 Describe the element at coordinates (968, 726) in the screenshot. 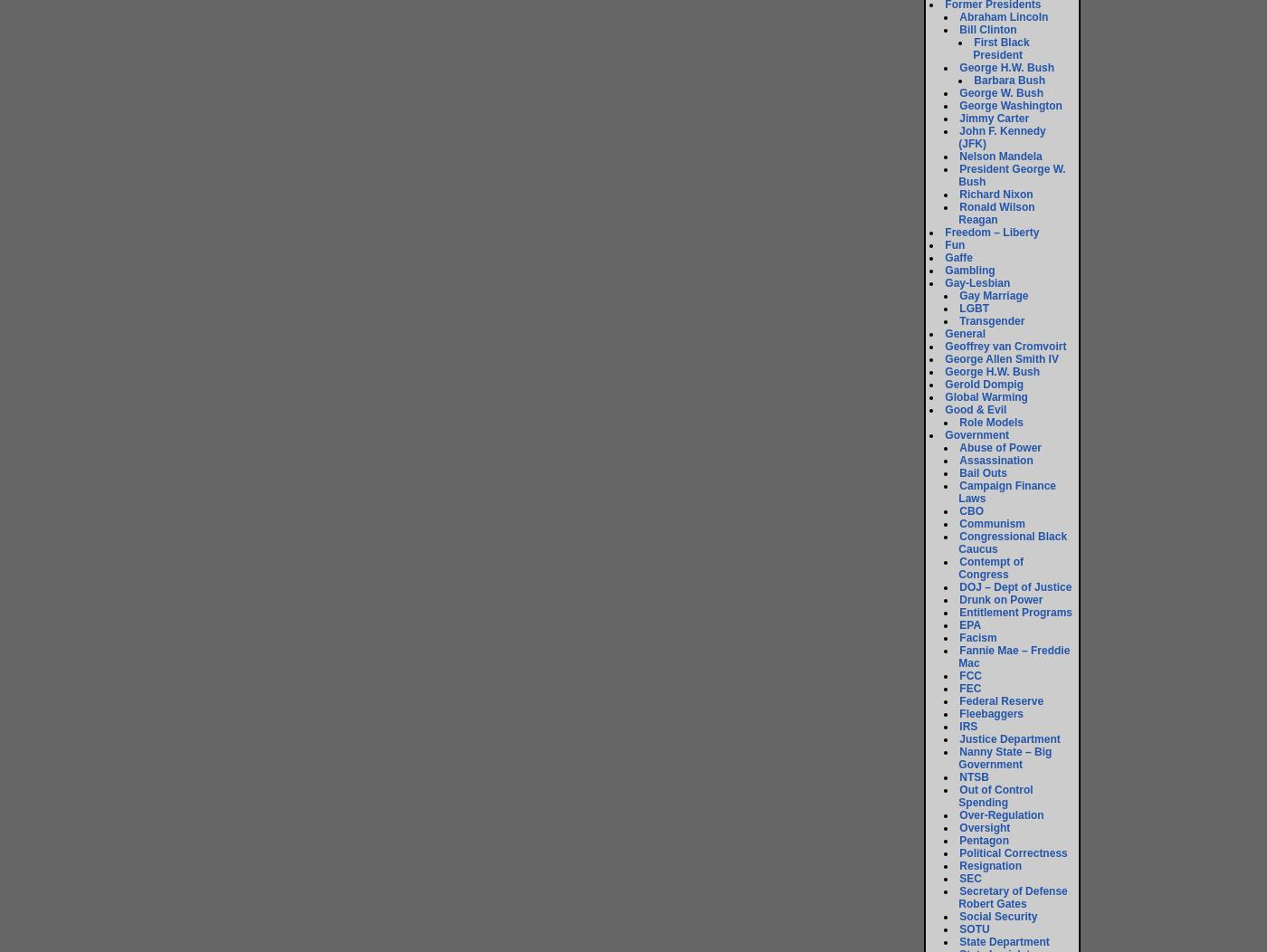

I see `'IRS'` at that location.